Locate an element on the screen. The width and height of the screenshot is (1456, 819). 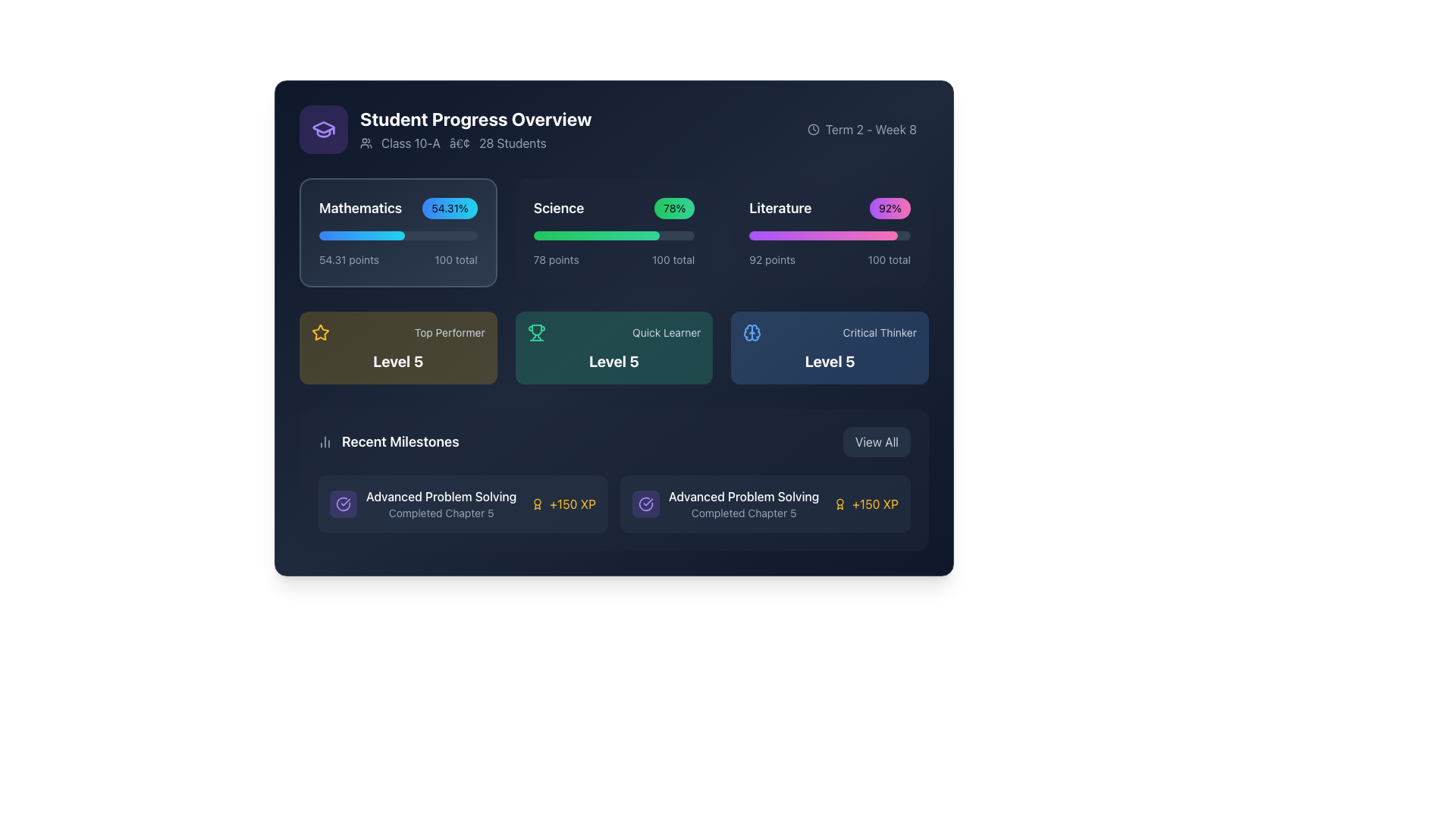
the yellow outlined star icon indicating achievement, located in the top left section of the 'Top Performer' card, accompanying the text 'Top Performer Level 5' is located at coordinates (319, 331).